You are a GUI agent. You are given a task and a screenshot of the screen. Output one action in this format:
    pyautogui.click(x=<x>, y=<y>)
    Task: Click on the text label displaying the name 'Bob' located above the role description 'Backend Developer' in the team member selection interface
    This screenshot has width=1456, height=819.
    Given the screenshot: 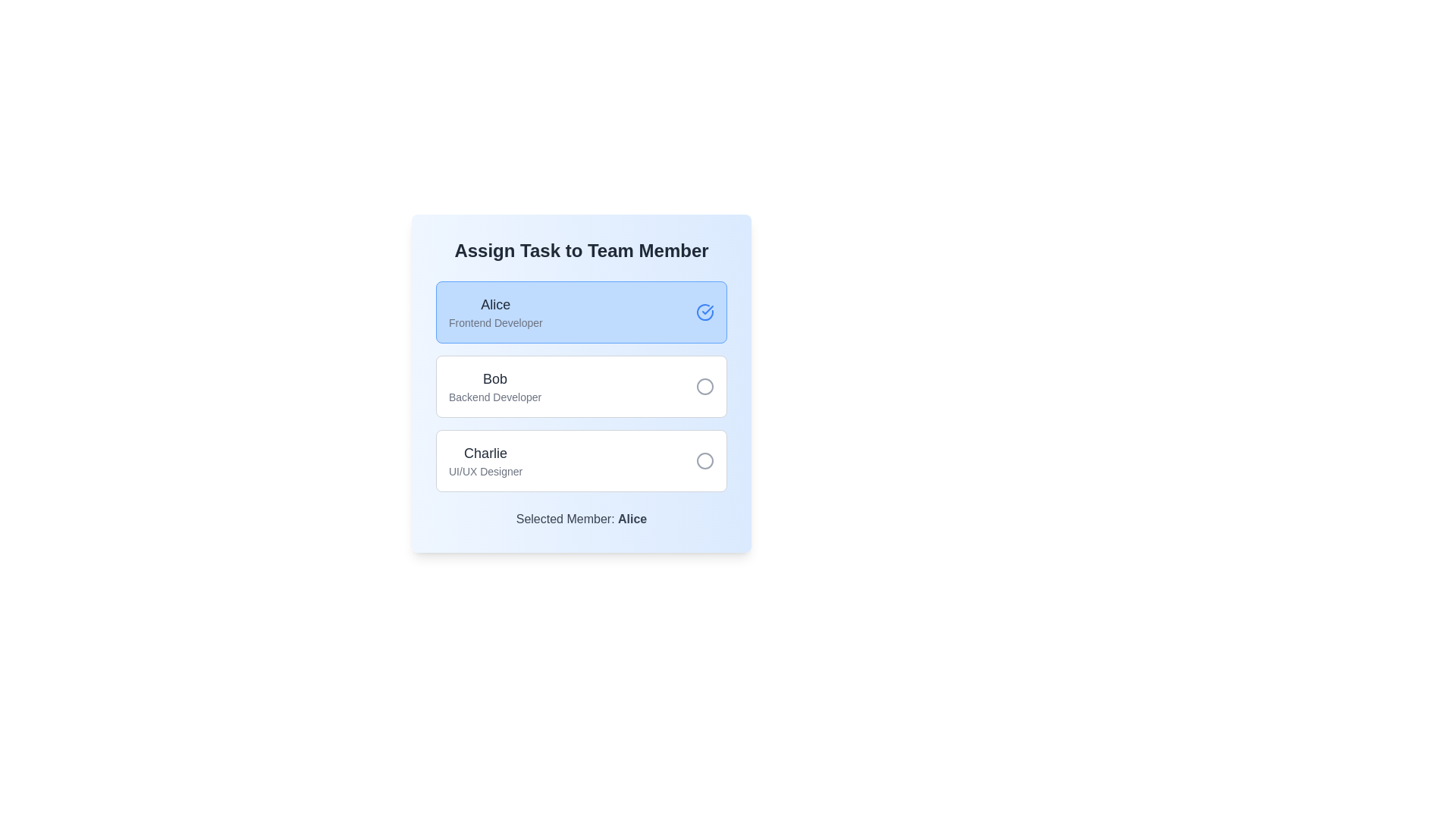 What is the action you would take?
    pyautogui.click(x=495, y=378)
    